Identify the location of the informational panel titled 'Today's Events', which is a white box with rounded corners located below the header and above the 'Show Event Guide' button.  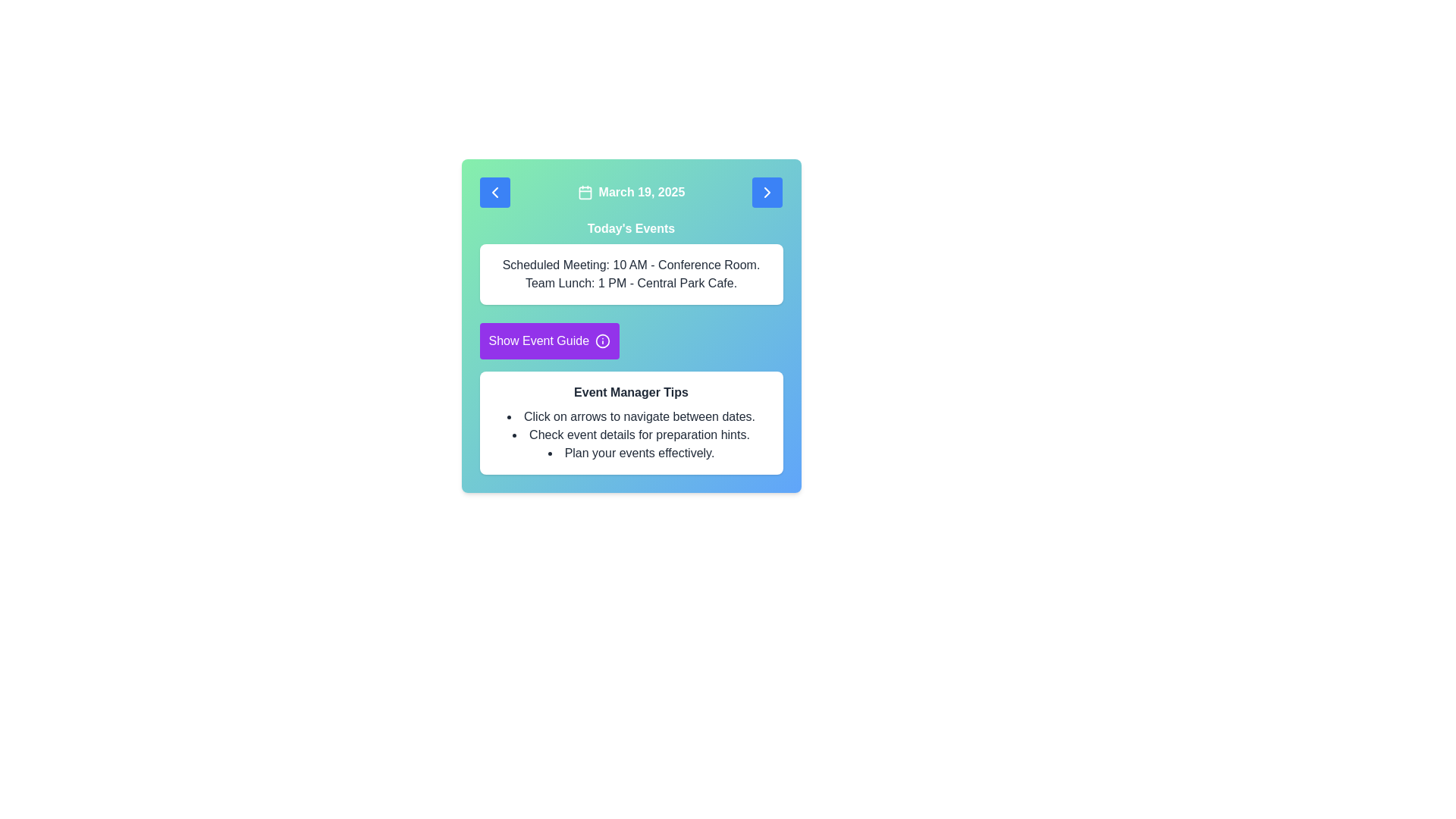
(631, 262).